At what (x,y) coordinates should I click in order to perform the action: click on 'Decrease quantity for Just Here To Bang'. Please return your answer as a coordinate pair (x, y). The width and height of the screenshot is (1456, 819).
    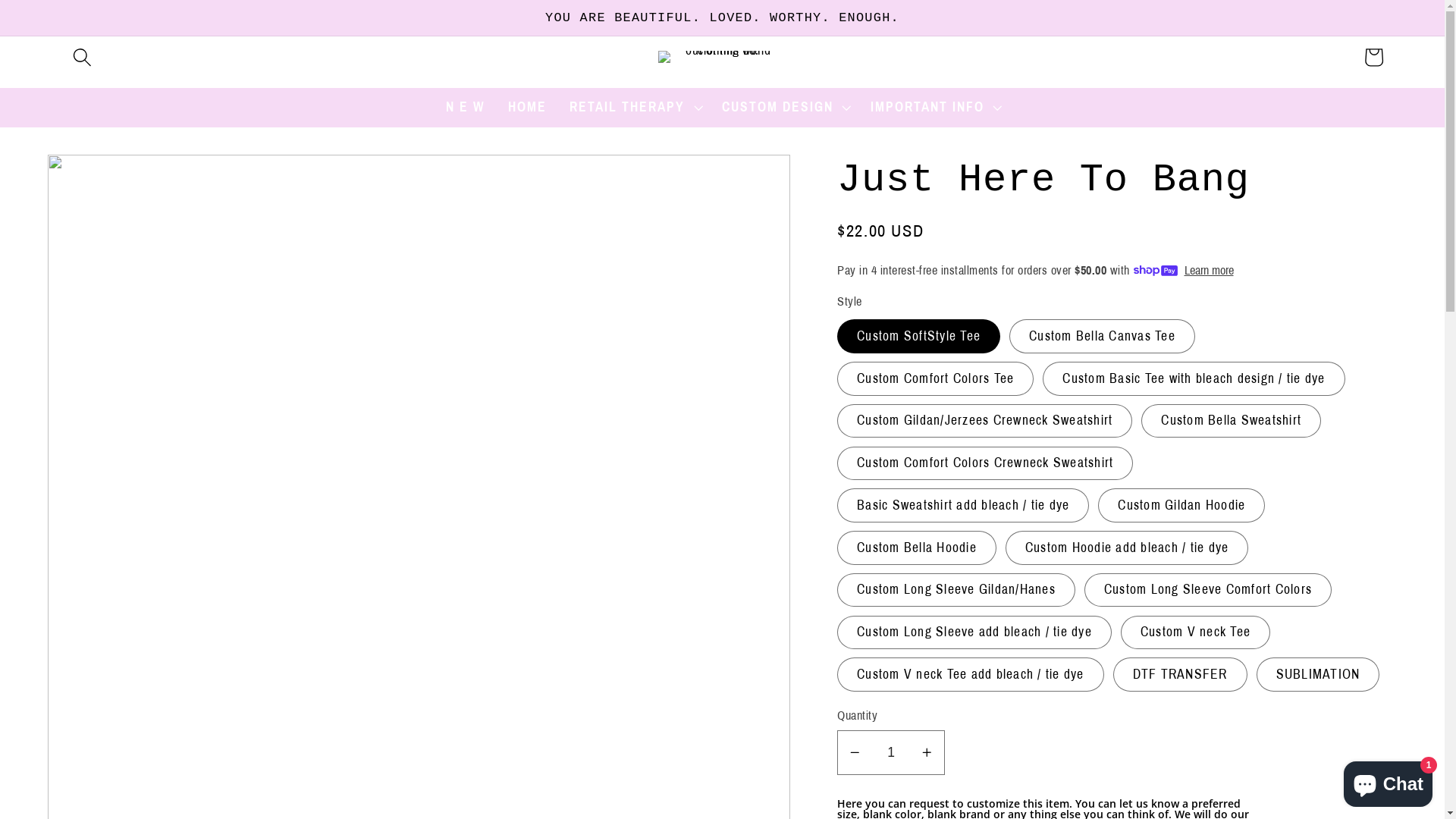
    Looking at the image, I should click on (855, 752).